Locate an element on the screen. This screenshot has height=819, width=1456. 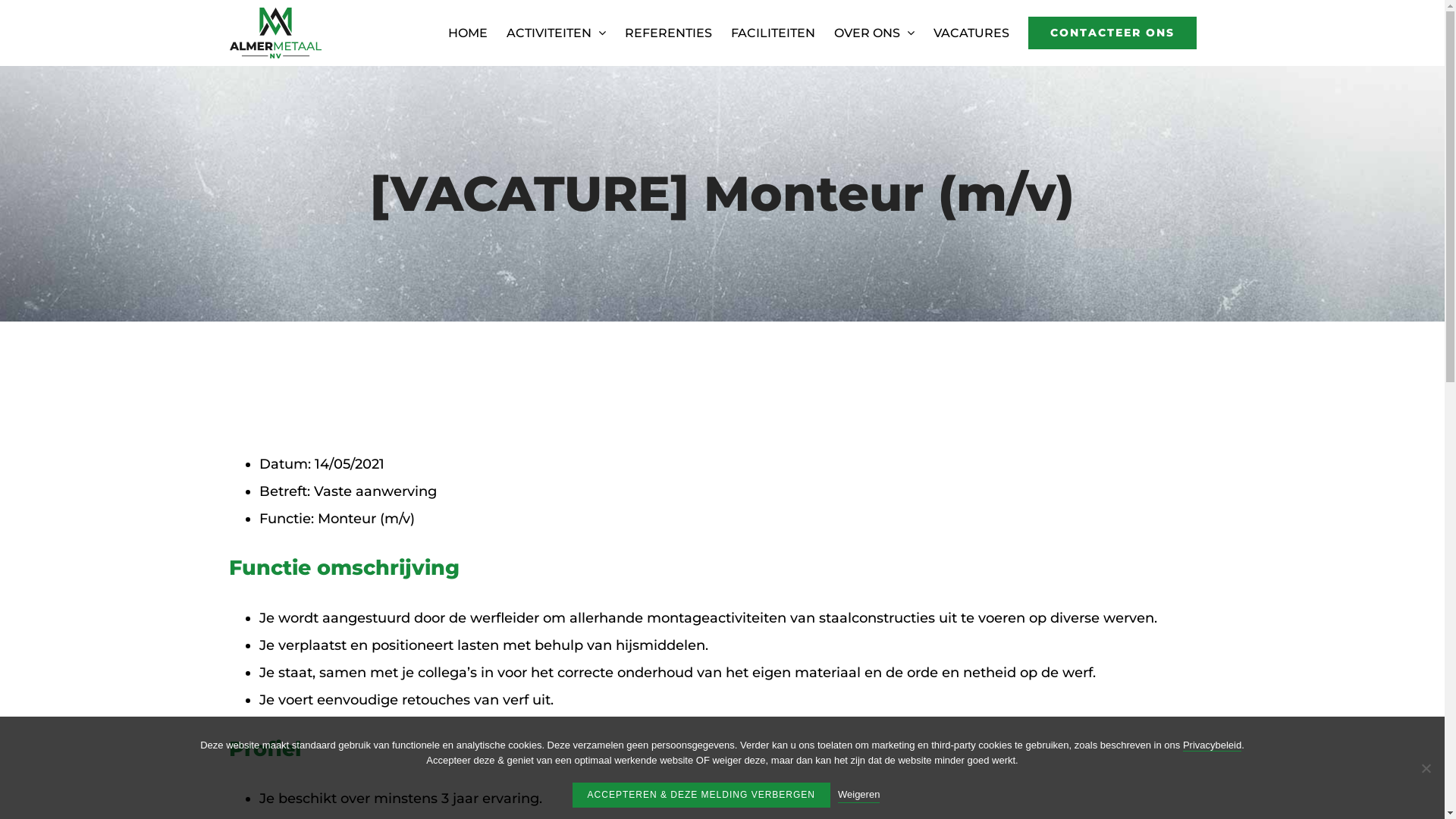
'HOME' is located at coordinates (447, 33).